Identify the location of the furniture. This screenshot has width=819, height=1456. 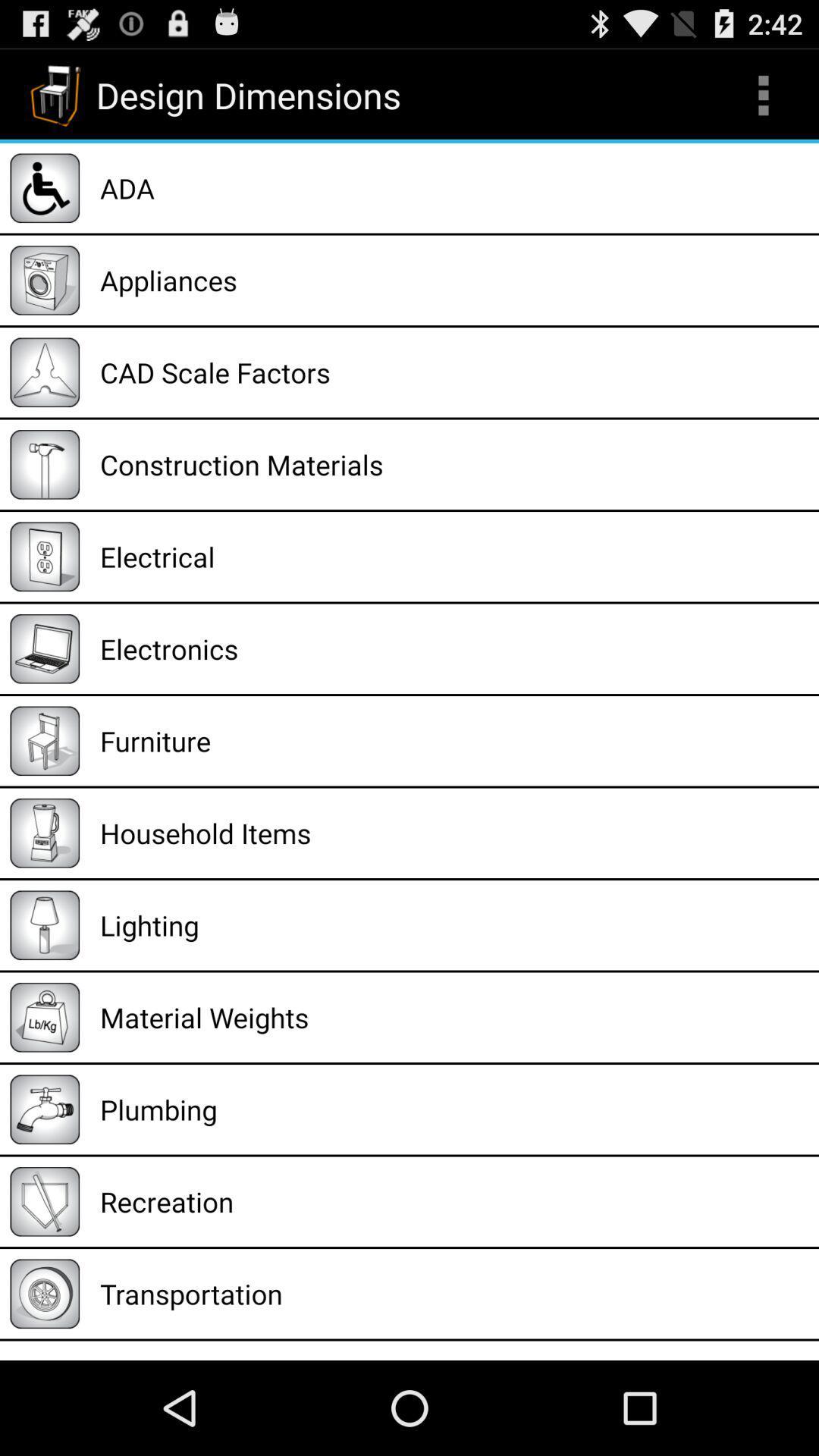
(453, 741).